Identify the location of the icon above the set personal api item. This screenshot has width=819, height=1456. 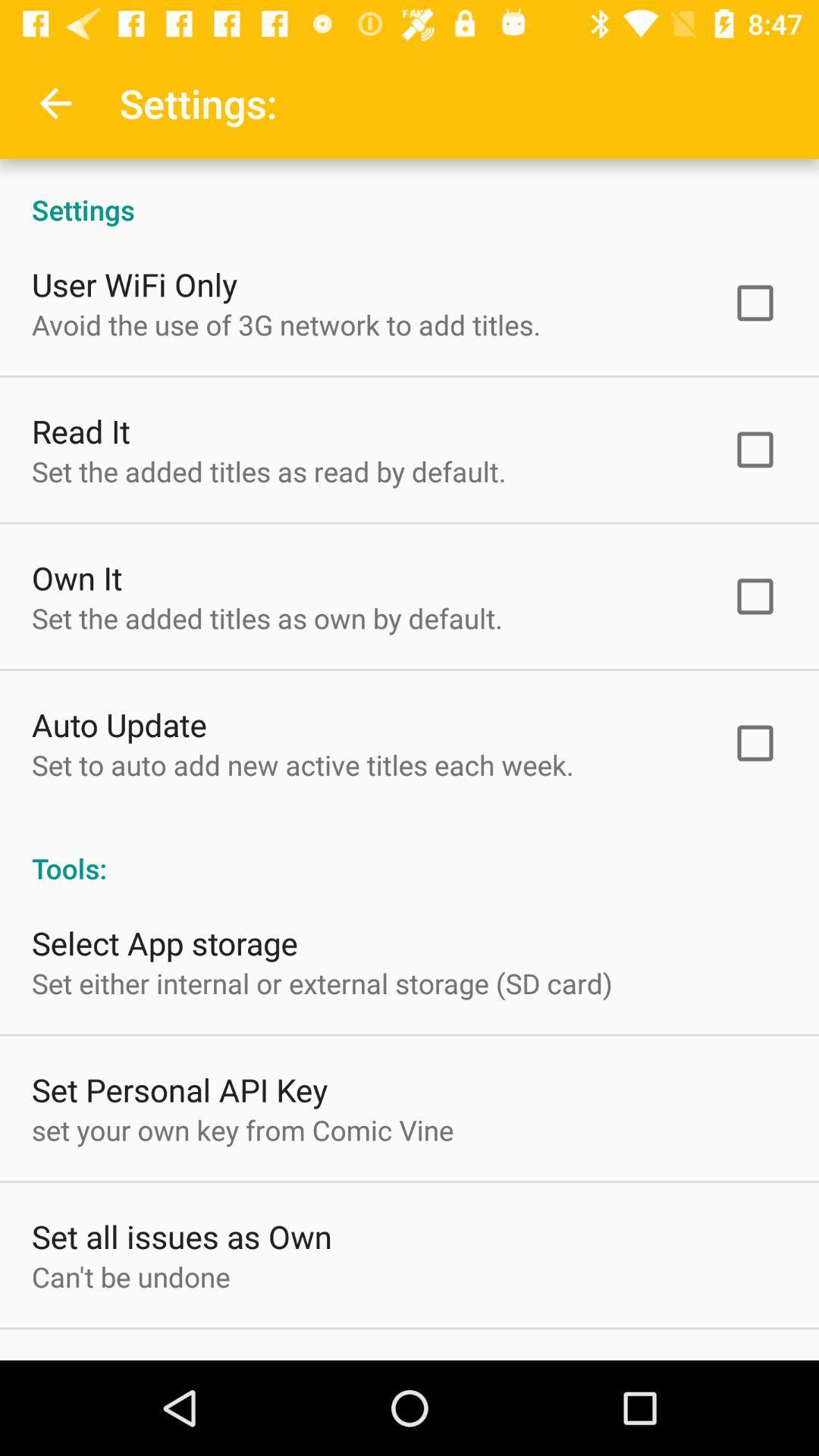
(321, 983).